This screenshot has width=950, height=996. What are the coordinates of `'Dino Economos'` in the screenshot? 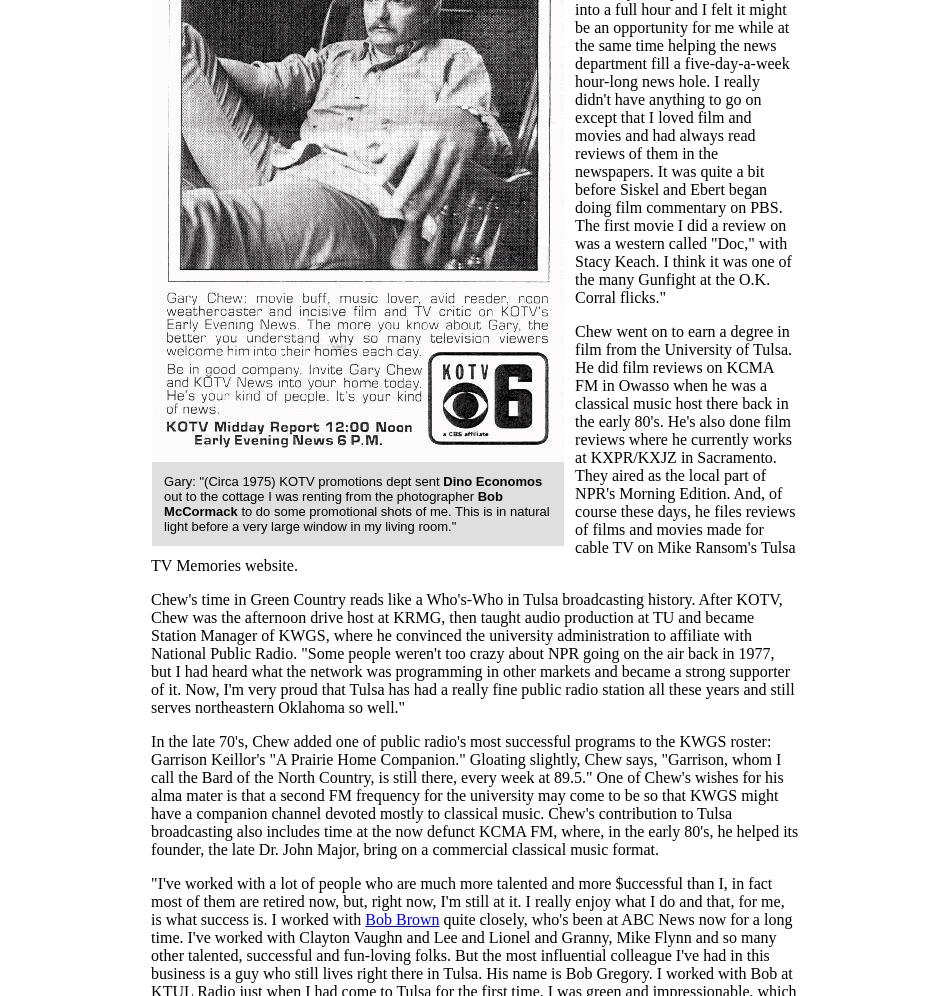 It's located at (492, 480).